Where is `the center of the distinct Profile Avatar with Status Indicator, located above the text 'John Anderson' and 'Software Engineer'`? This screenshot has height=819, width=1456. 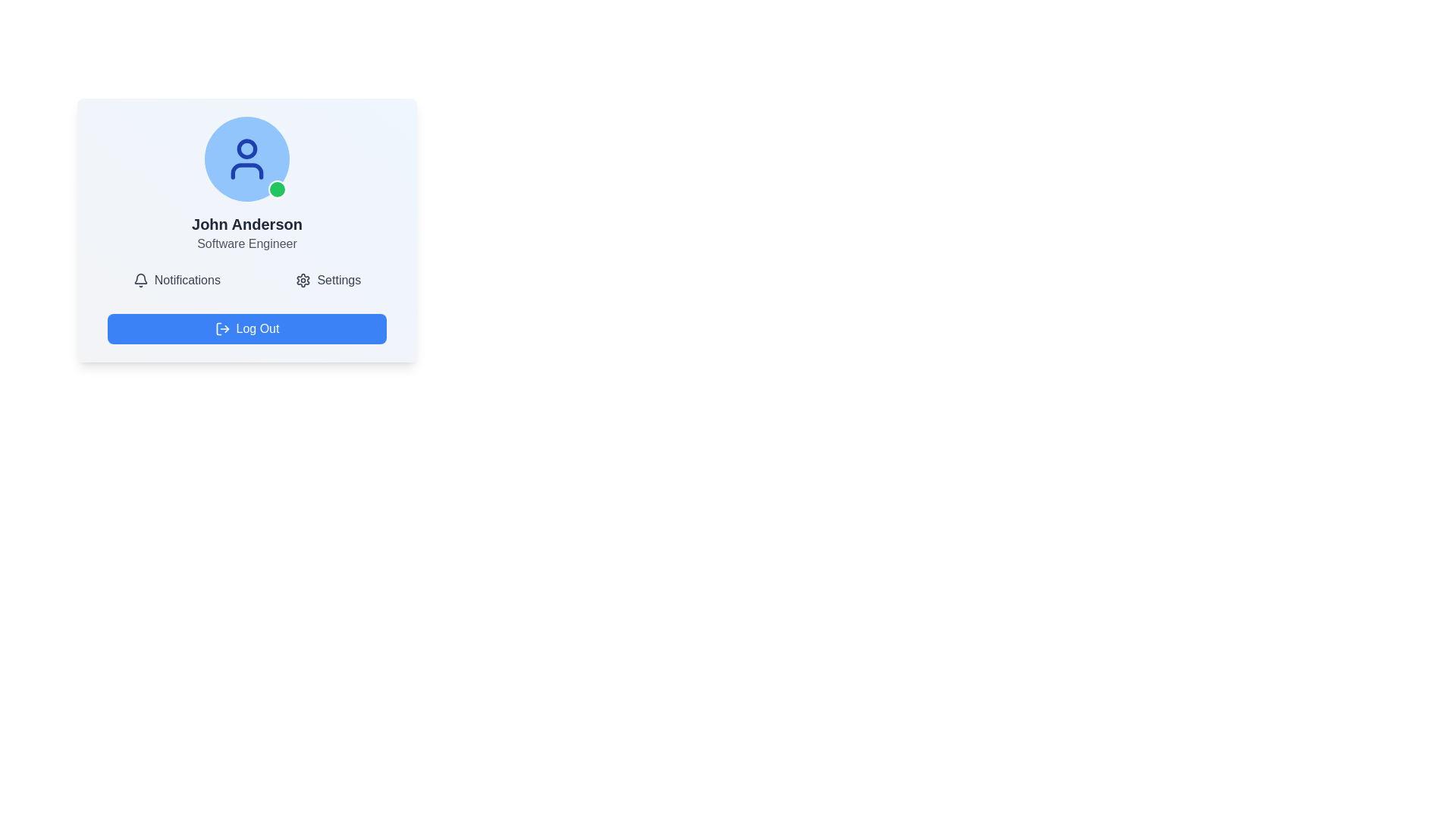 the center of the distinct Profile Avatar with Status Indicator, located above the text 'John Anderson' and 'Software Engineer' is located at coordinates (247, 158).